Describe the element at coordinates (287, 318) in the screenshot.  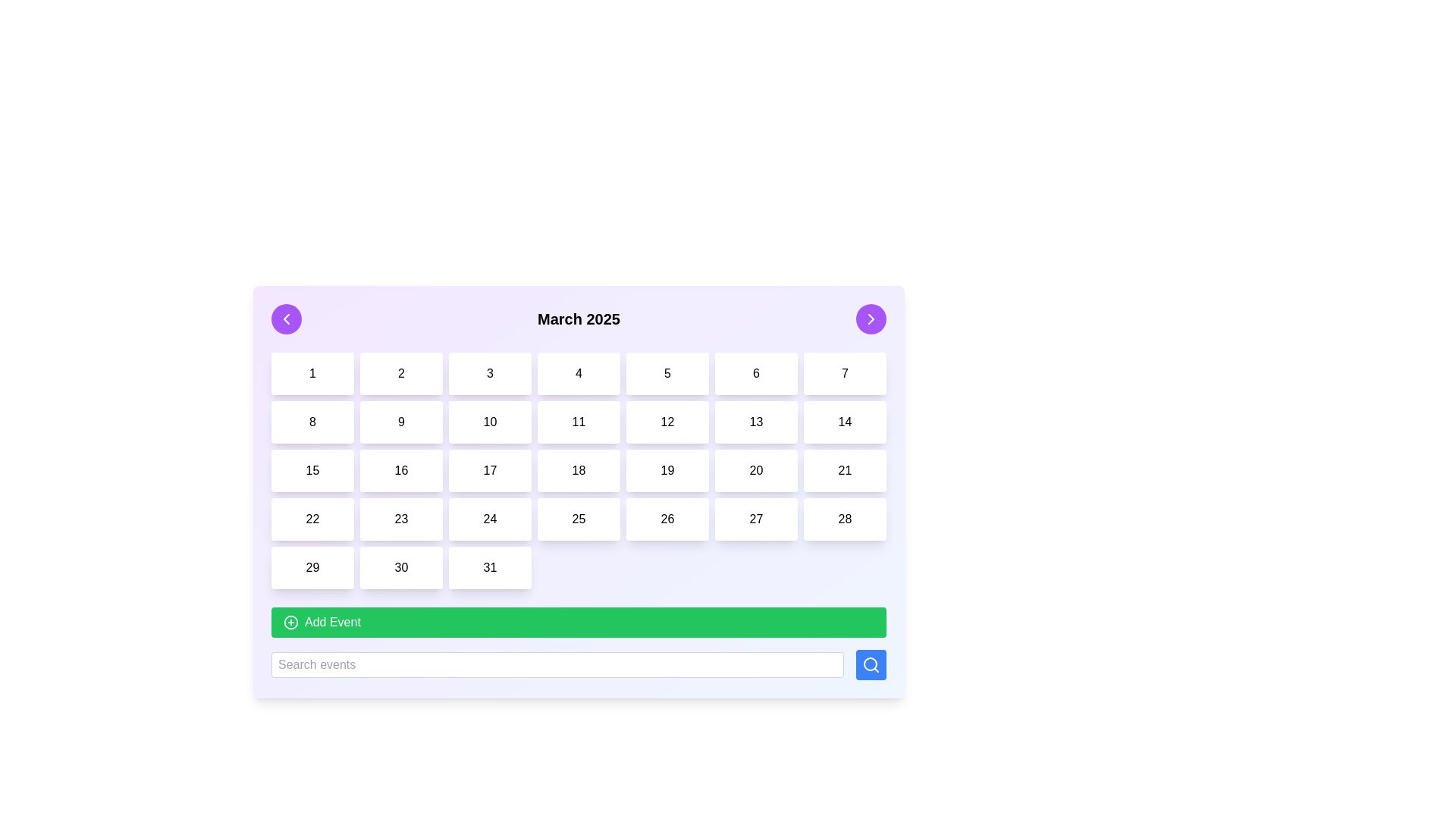
I see `the left-facing chevron SVG icon embedded within the purple circular button at the top-left corner of the calendar interface` at that location.